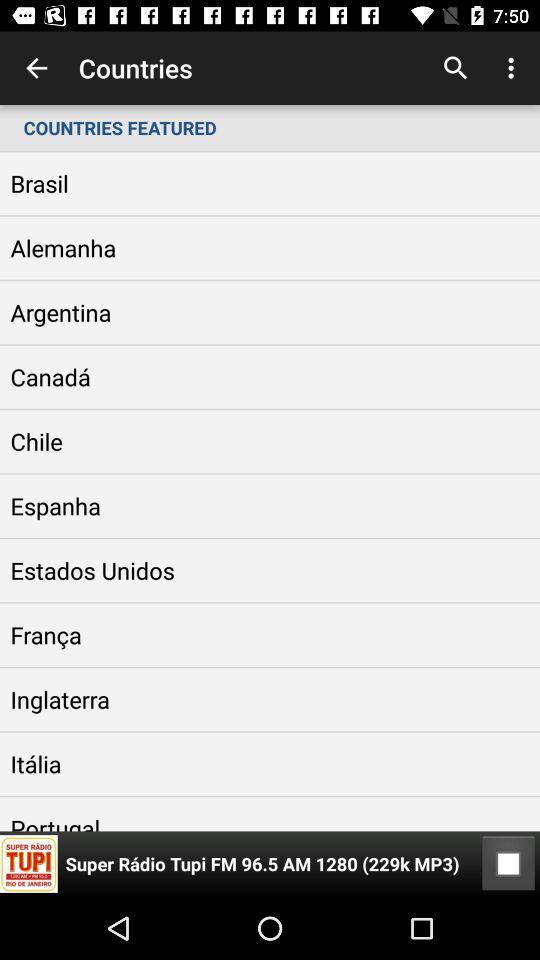  I want to click on app to the left of the countries app, so click(36, 68).